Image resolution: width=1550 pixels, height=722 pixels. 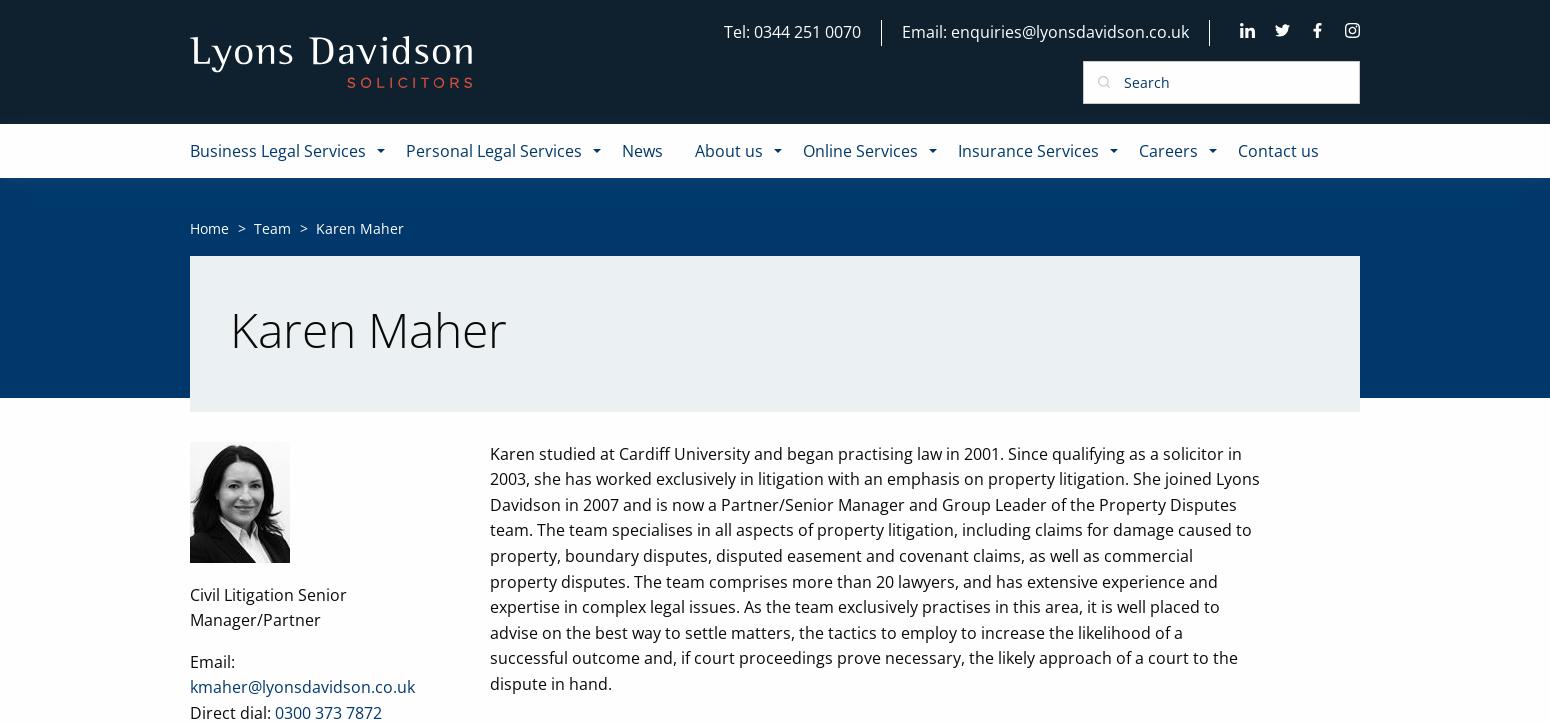 What do you see at coordinates (1069, 31) in the screenshot?
I see `'enquiries@lyonsdavidson.co.uk'` at bounding box center [1069, 31].